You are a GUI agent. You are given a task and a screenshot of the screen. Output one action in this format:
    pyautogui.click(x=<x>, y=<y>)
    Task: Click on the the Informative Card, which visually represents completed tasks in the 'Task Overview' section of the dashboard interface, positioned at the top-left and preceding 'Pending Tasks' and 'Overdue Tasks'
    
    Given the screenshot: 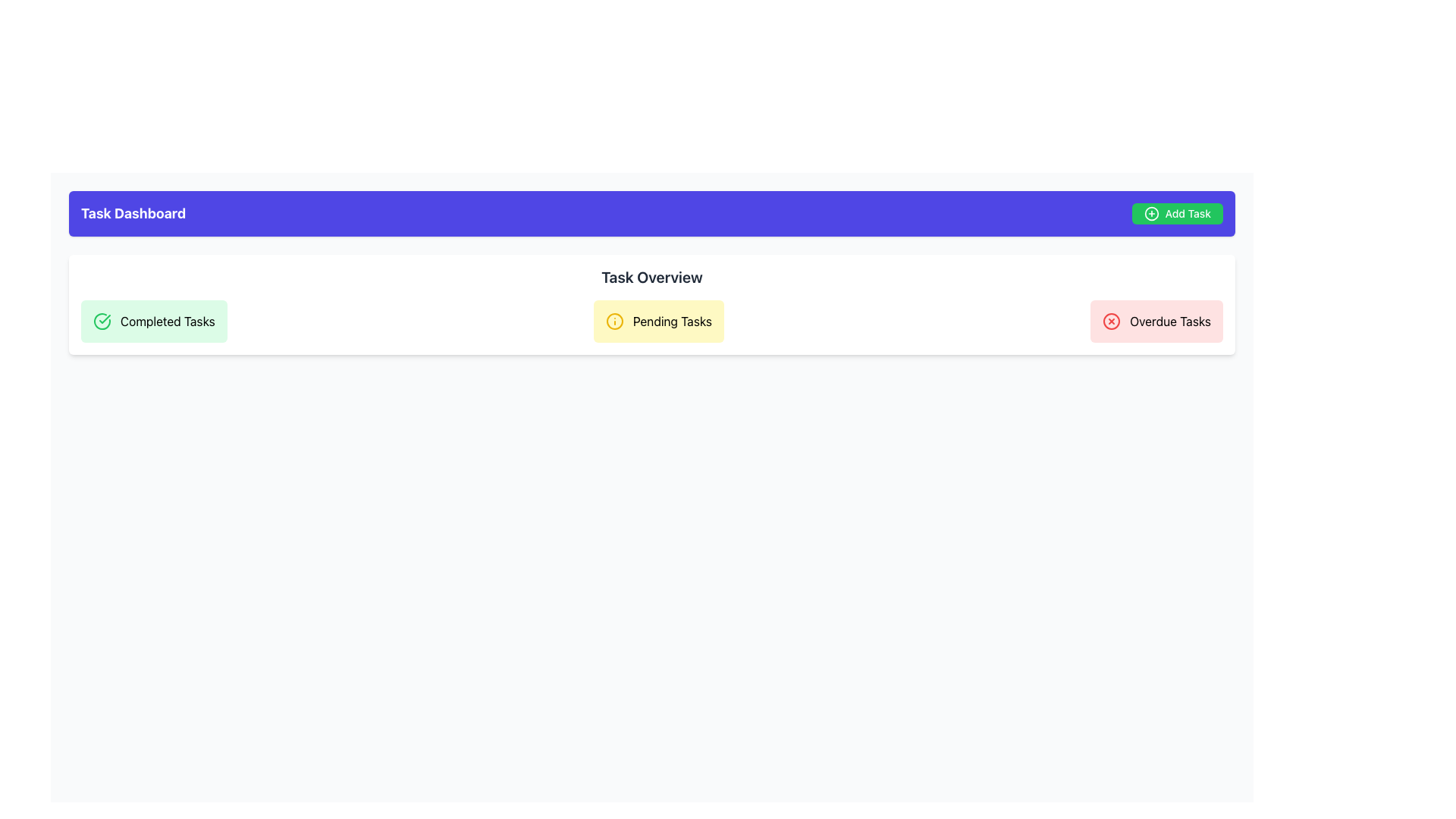 What is the action you would take?
    pyautogui.click(x=154, y=321)
    